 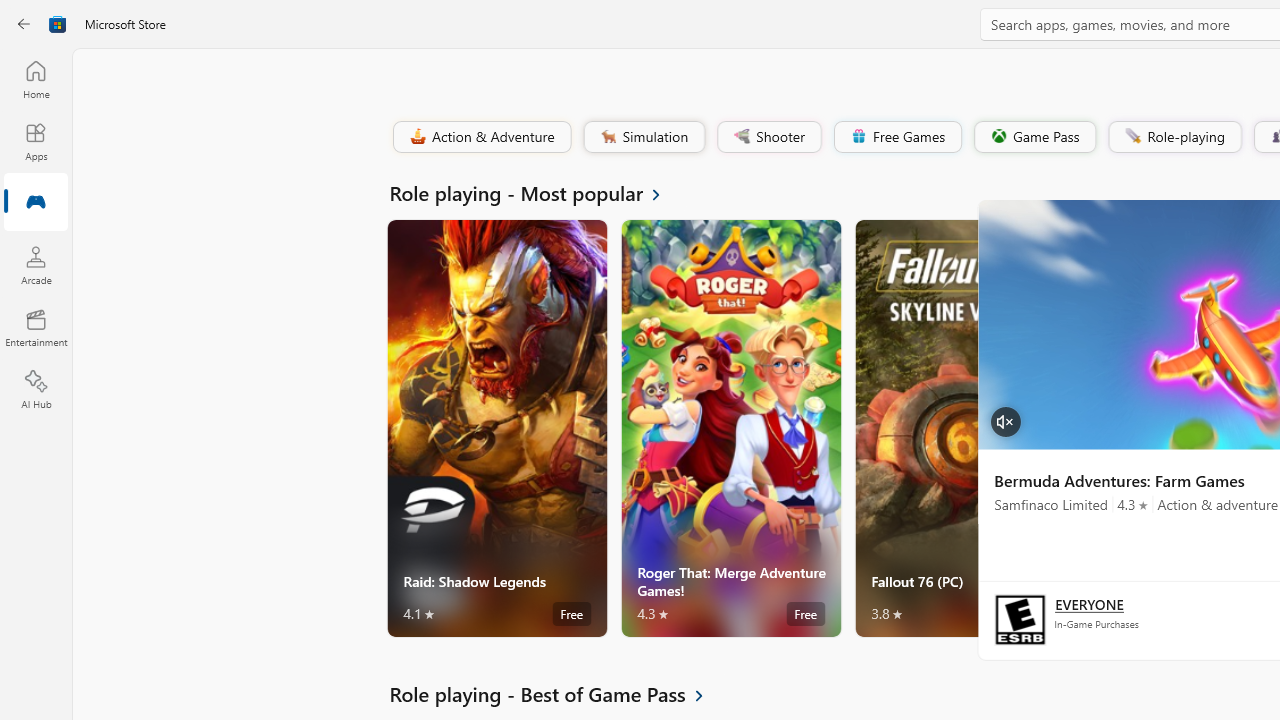 I want to click on 'AI Hub', so click(x=35, y=390).